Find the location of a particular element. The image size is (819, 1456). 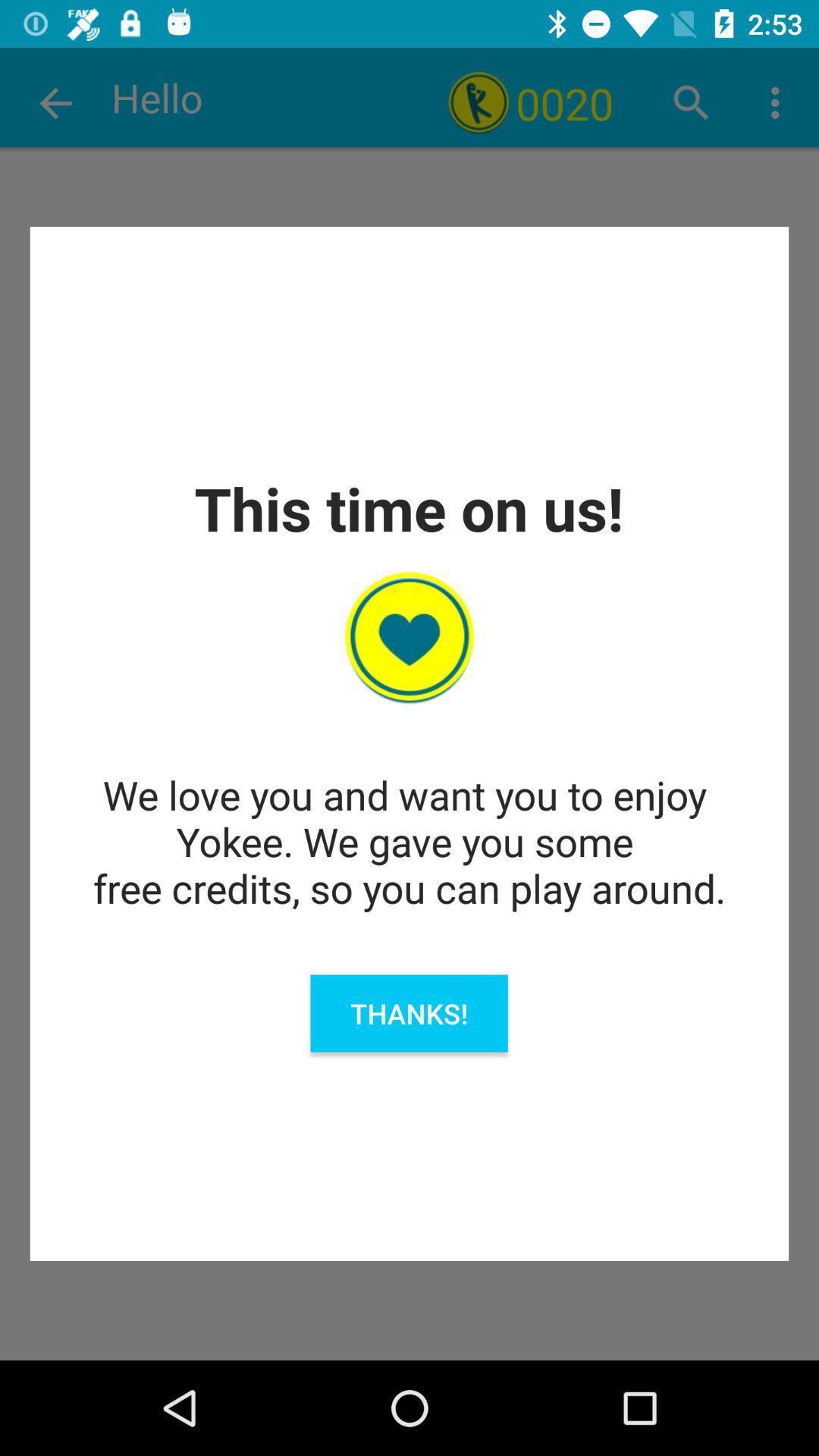

thanks! is located at coordinates (408, 1013).